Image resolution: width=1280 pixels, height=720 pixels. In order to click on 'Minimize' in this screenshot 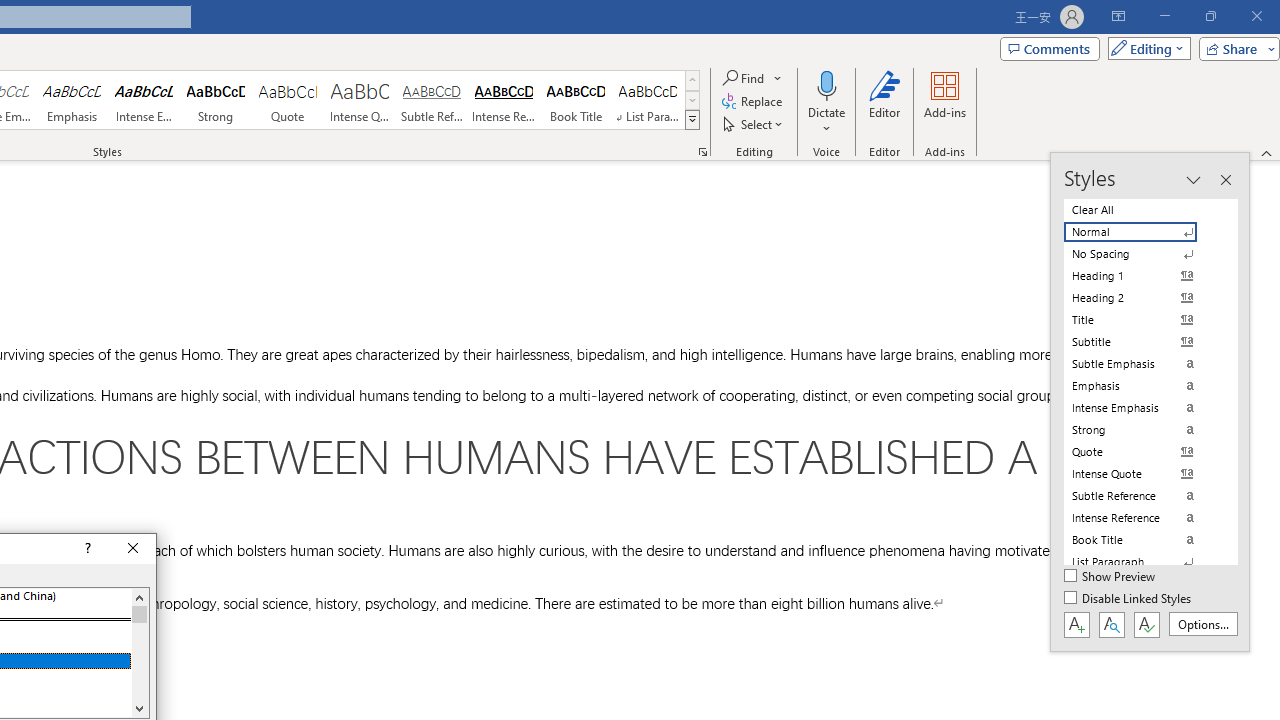, I will do `click(1164, 16)`.